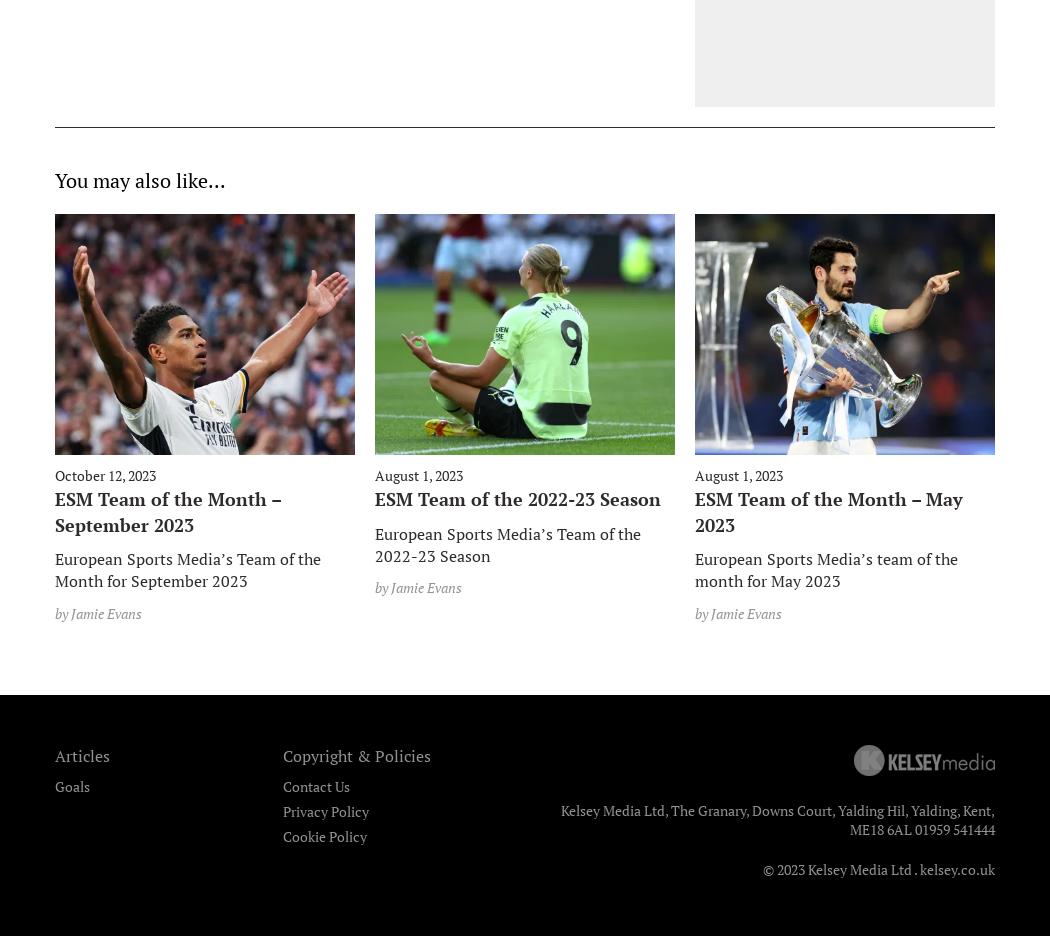 The height and width of the screenshot is (936, 1050). Describe the element at coordinates (956, 867) in the screenshot. I see `'kelsey.co.uk'` at that location.